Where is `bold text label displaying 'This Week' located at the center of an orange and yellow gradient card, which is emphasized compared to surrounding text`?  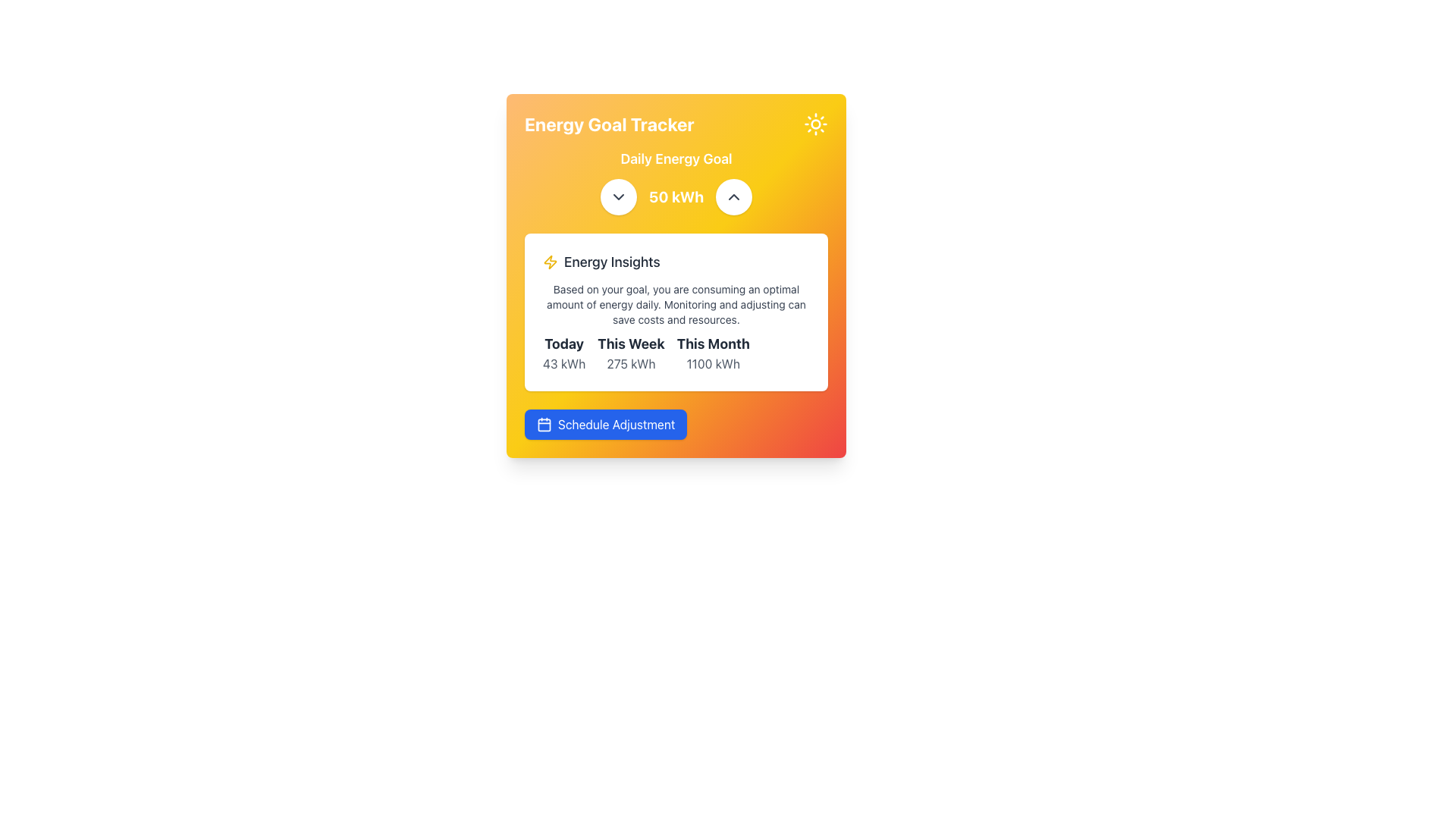
bold text label displaying 'This Week' located at the center of an orange and yellow gradient card, which is emphasized compared to surrounding text is located at coordinates (631, 344).